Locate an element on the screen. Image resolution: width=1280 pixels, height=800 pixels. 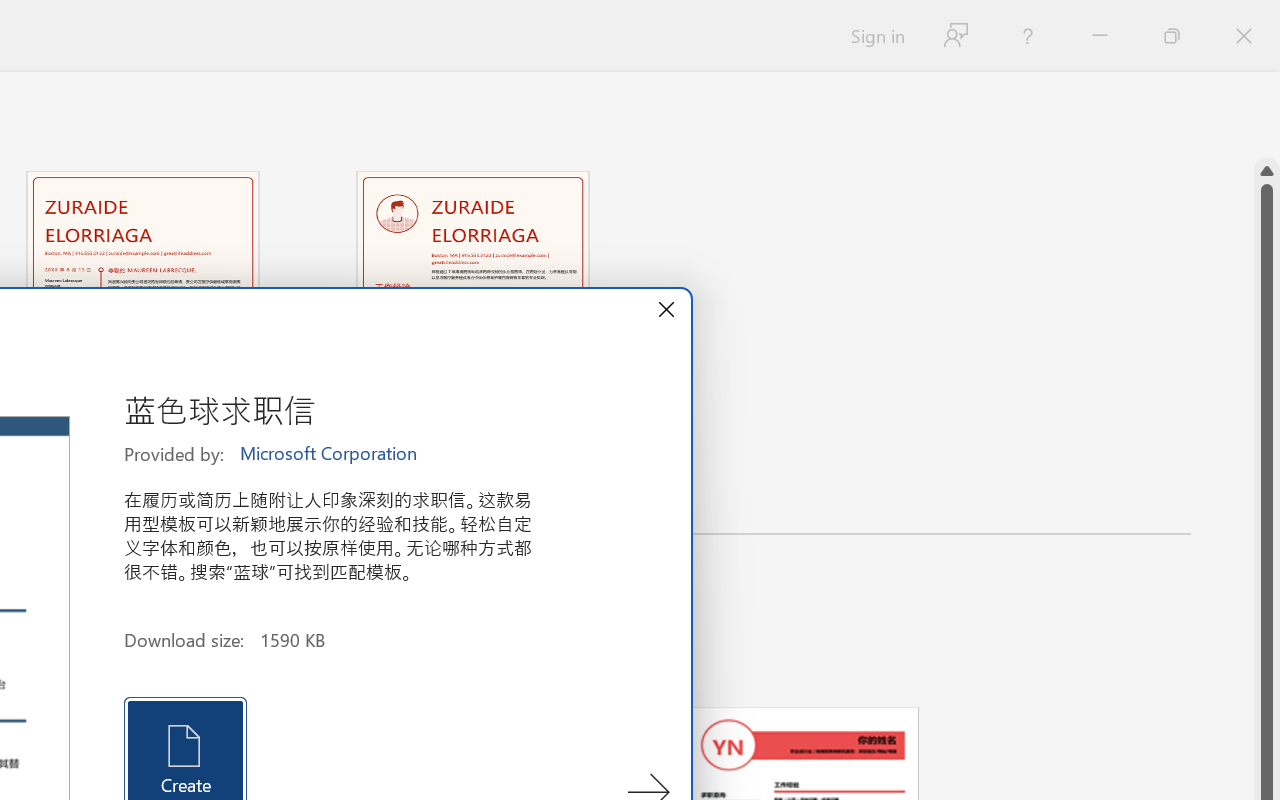
'Microsoft Corporation' is located at coordinates (330, 453).